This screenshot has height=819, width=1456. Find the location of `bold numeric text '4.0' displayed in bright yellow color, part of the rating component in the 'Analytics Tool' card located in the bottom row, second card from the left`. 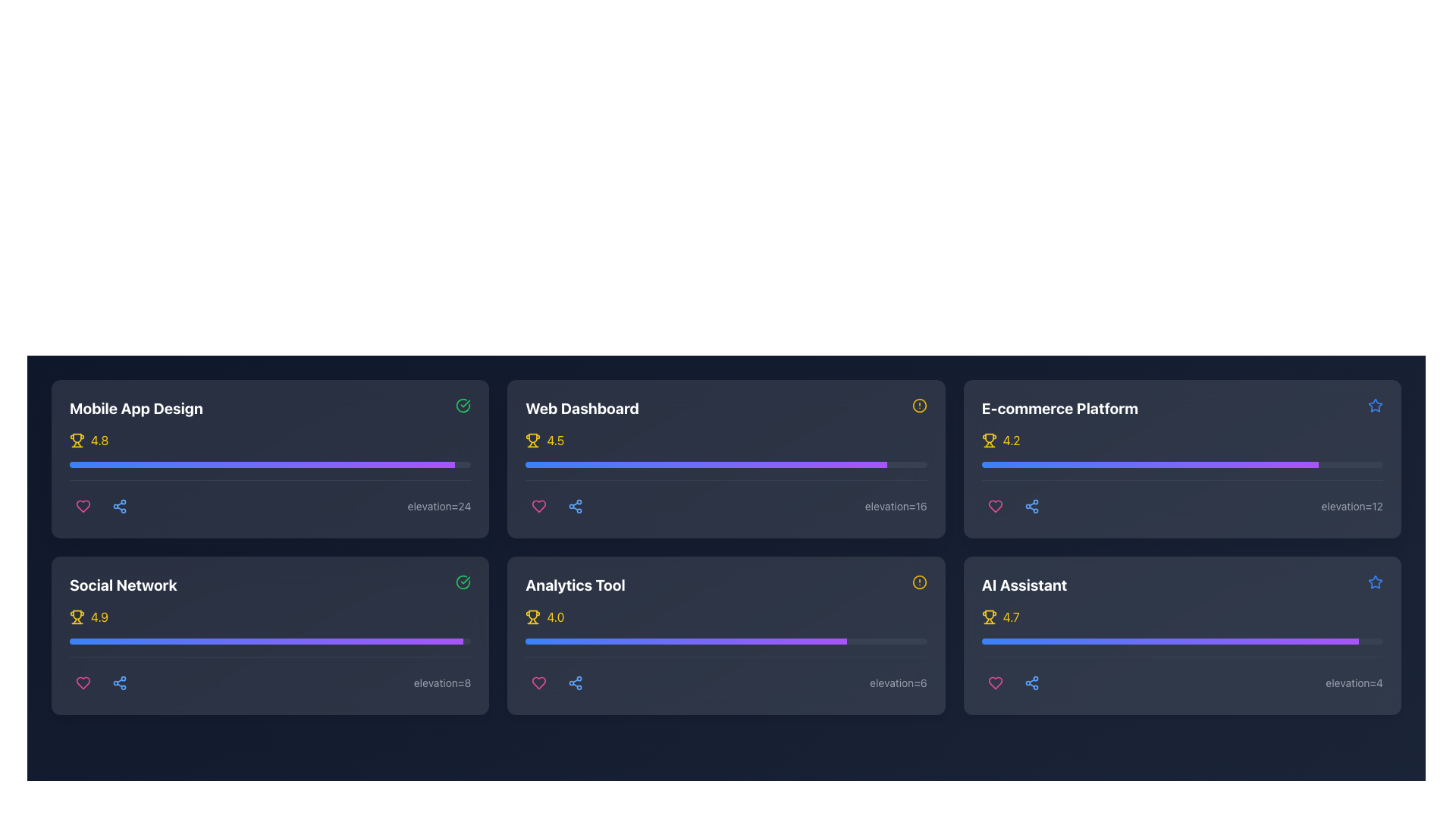

bold numeric text '4.0' displayed in bright yellow color, part of the rating component in the 'Analytics Tool' card located in the bottom row, second card from the left is located at coordinates (554, 617).